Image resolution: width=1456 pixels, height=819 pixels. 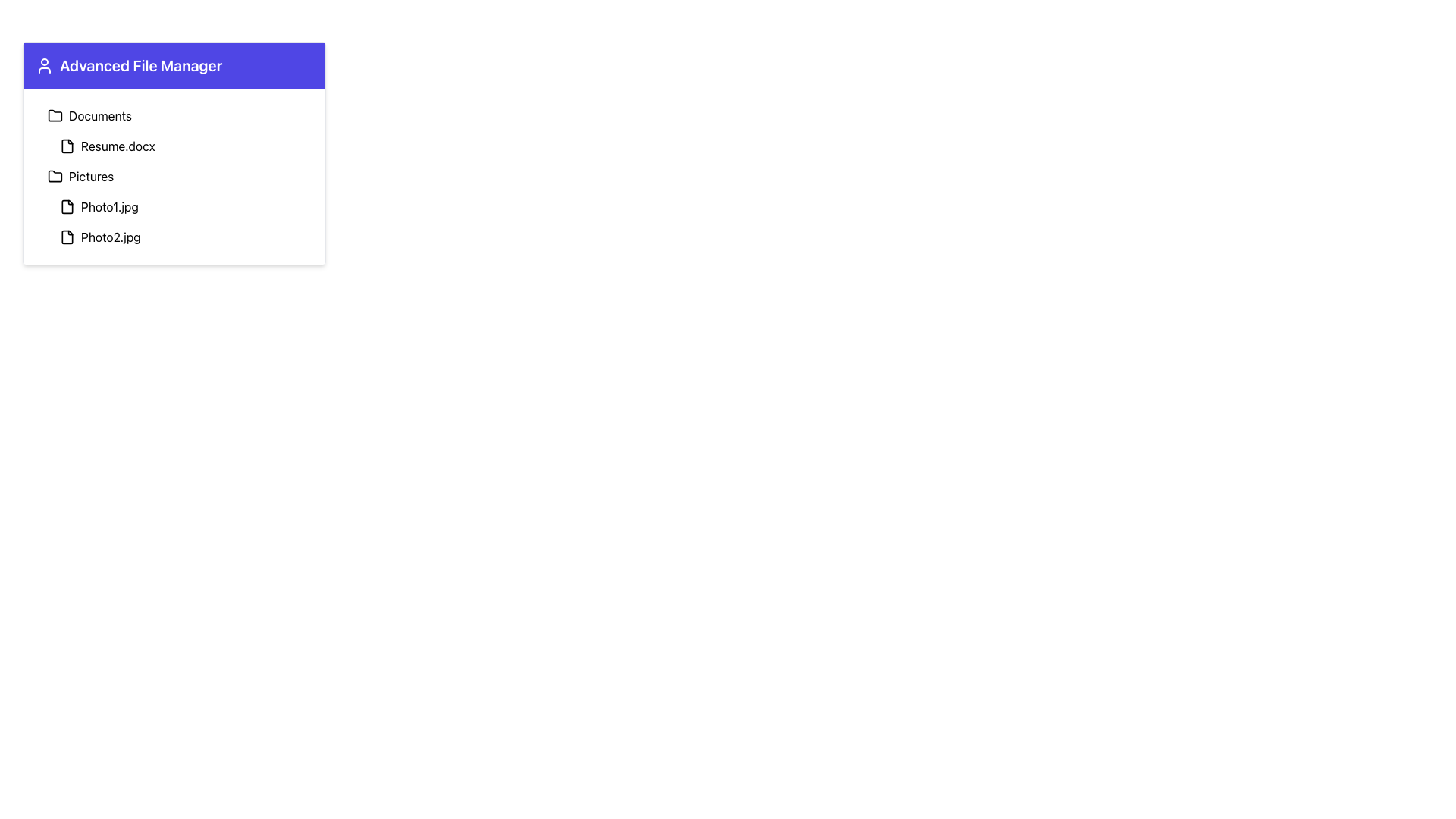 I want to click on the small file icon resembling a document next to the text 'Photo1.jpg' in the file manager interface, so click(x=67, y=207).